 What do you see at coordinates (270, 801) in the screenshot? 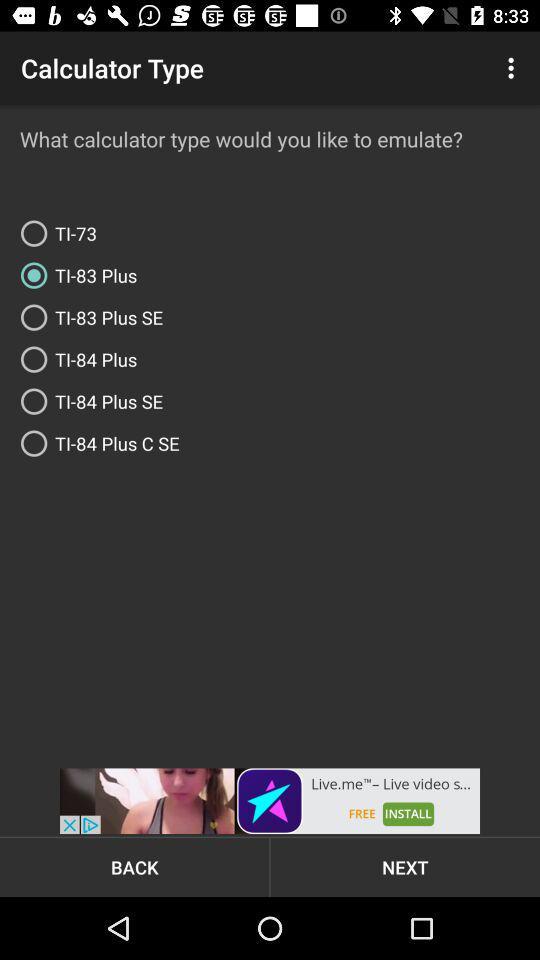
I see `irrelevant advertisement` at bounding box center [270, 801].